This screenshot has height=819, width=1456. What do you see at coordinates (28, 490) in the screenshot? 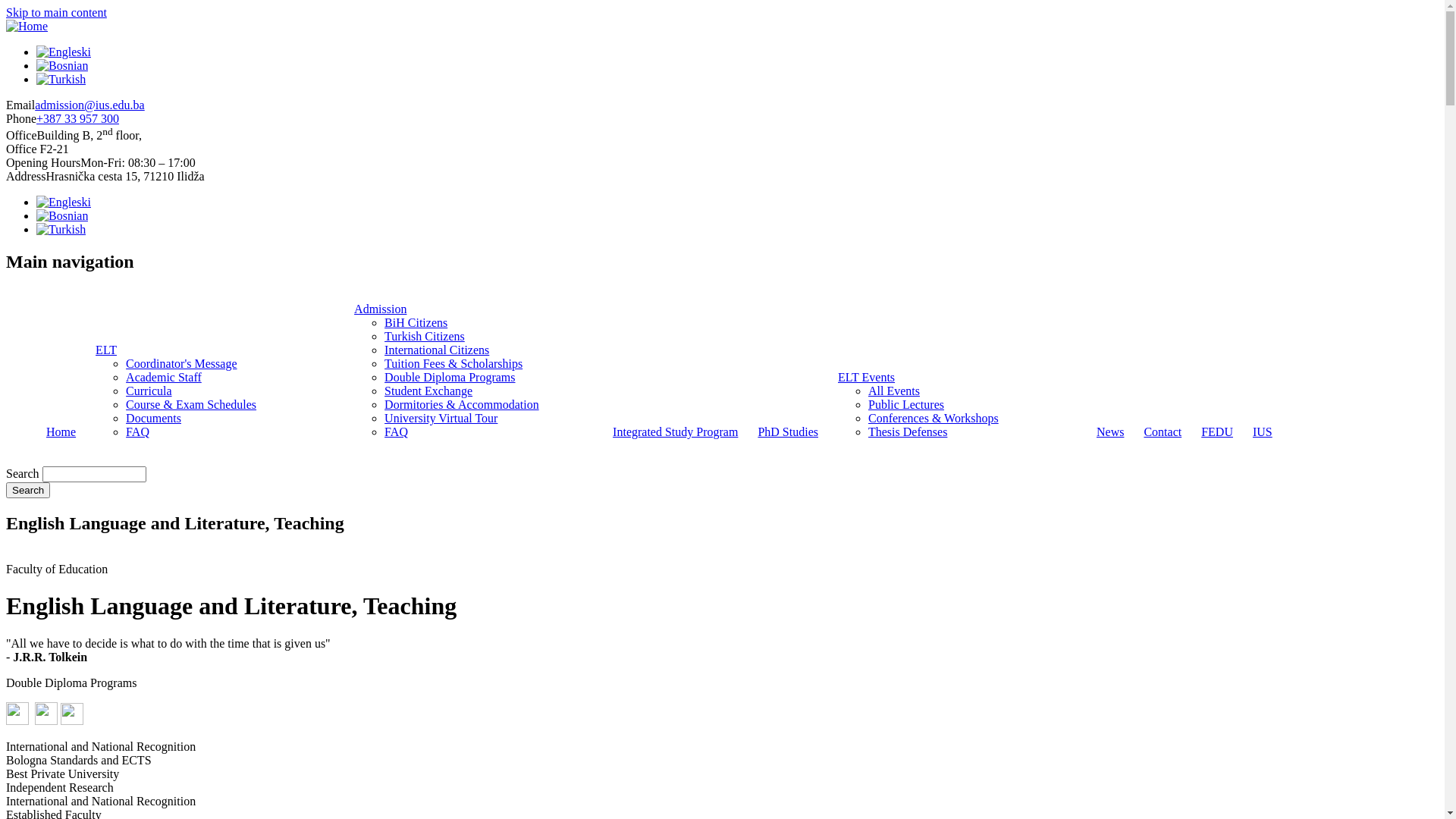
I see `'Search'` at bounding box center [28, 490].